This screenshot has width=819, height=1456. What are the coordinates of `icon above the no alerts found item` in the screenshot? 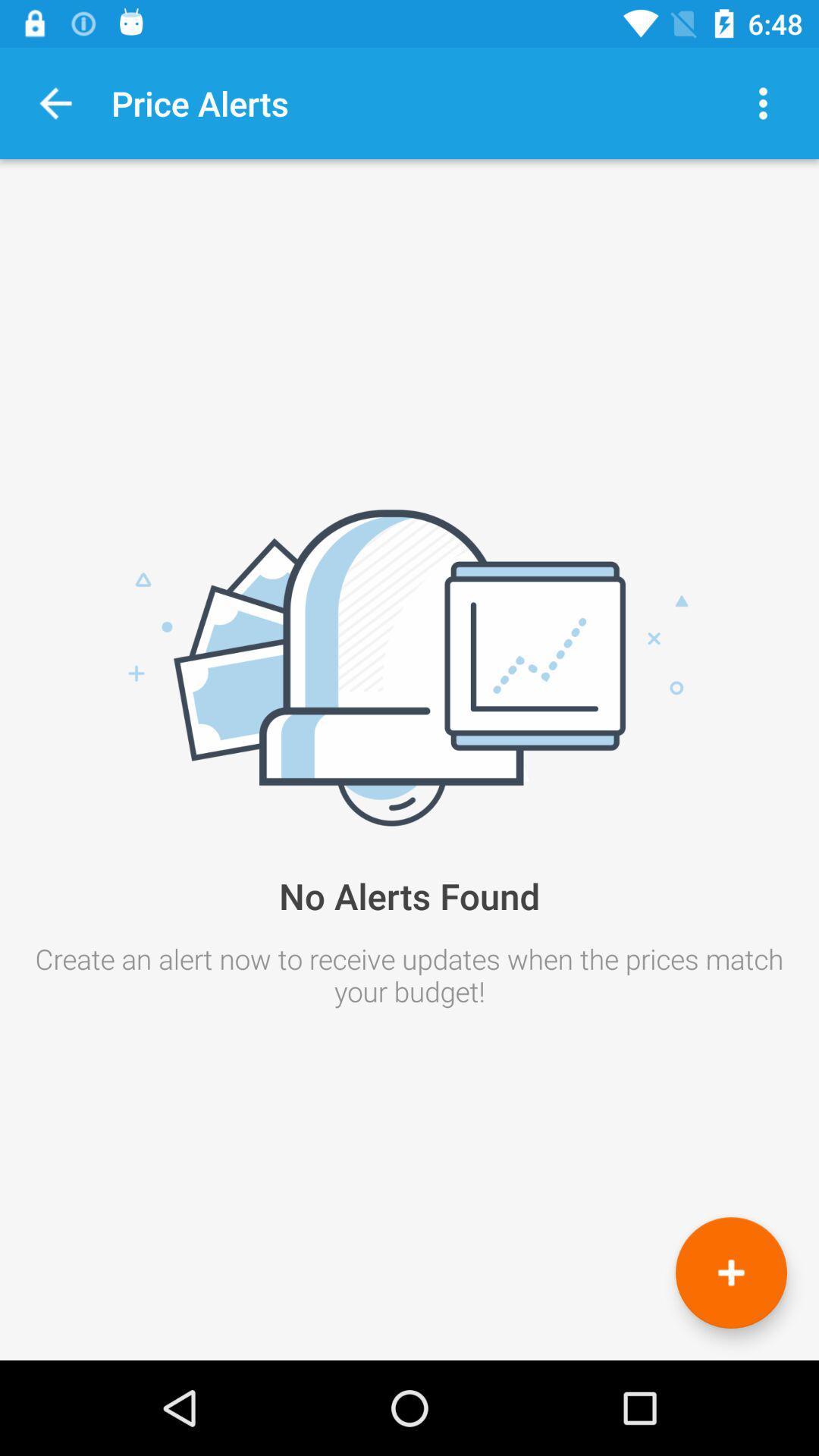 It's located at (763, 102).